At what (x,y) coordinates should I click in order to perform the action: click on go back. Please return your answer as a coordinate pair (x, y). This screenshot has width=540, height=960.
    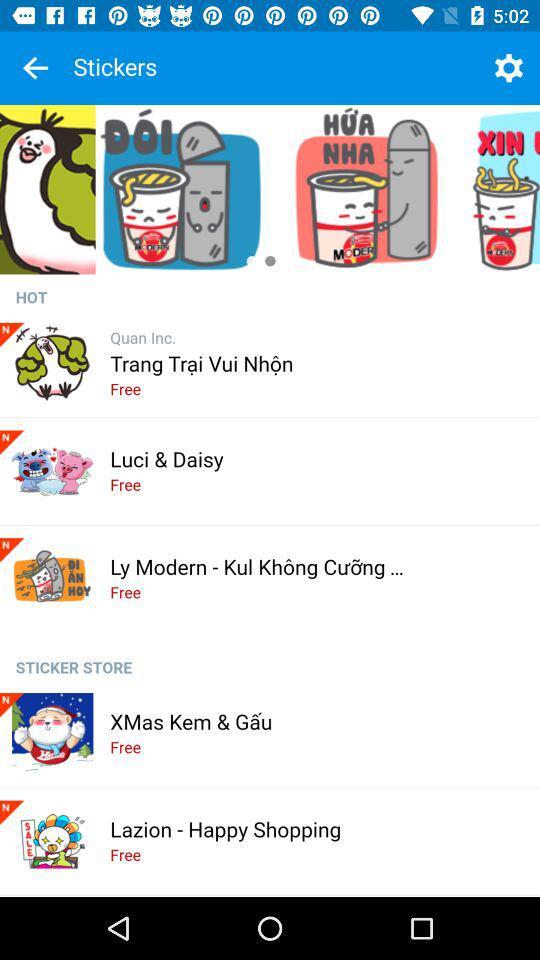
    Looking at the image, I should click on (35, 68).